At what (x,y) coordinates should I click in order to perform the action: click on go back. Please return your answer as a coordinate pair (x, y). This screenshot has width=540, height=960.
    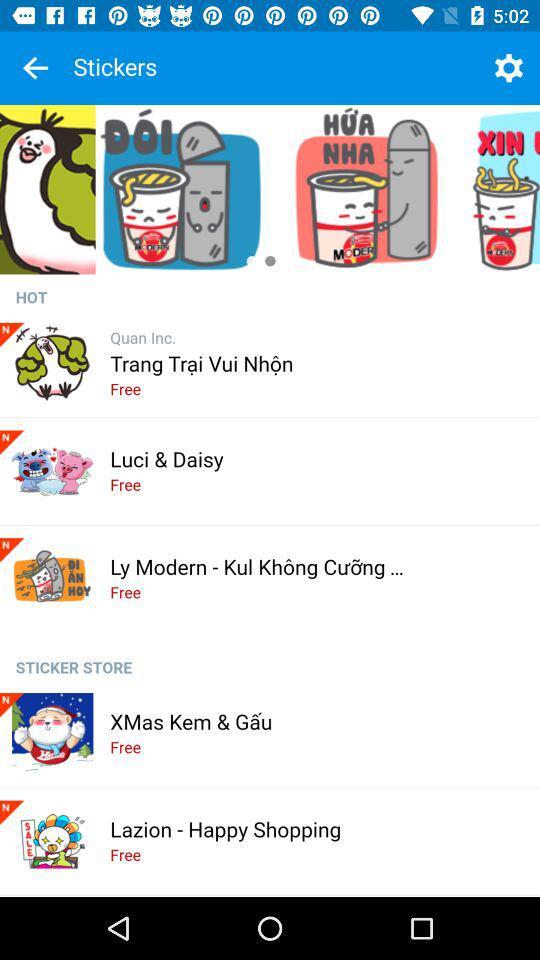
    Looking at the image, I should click on (35, 68).